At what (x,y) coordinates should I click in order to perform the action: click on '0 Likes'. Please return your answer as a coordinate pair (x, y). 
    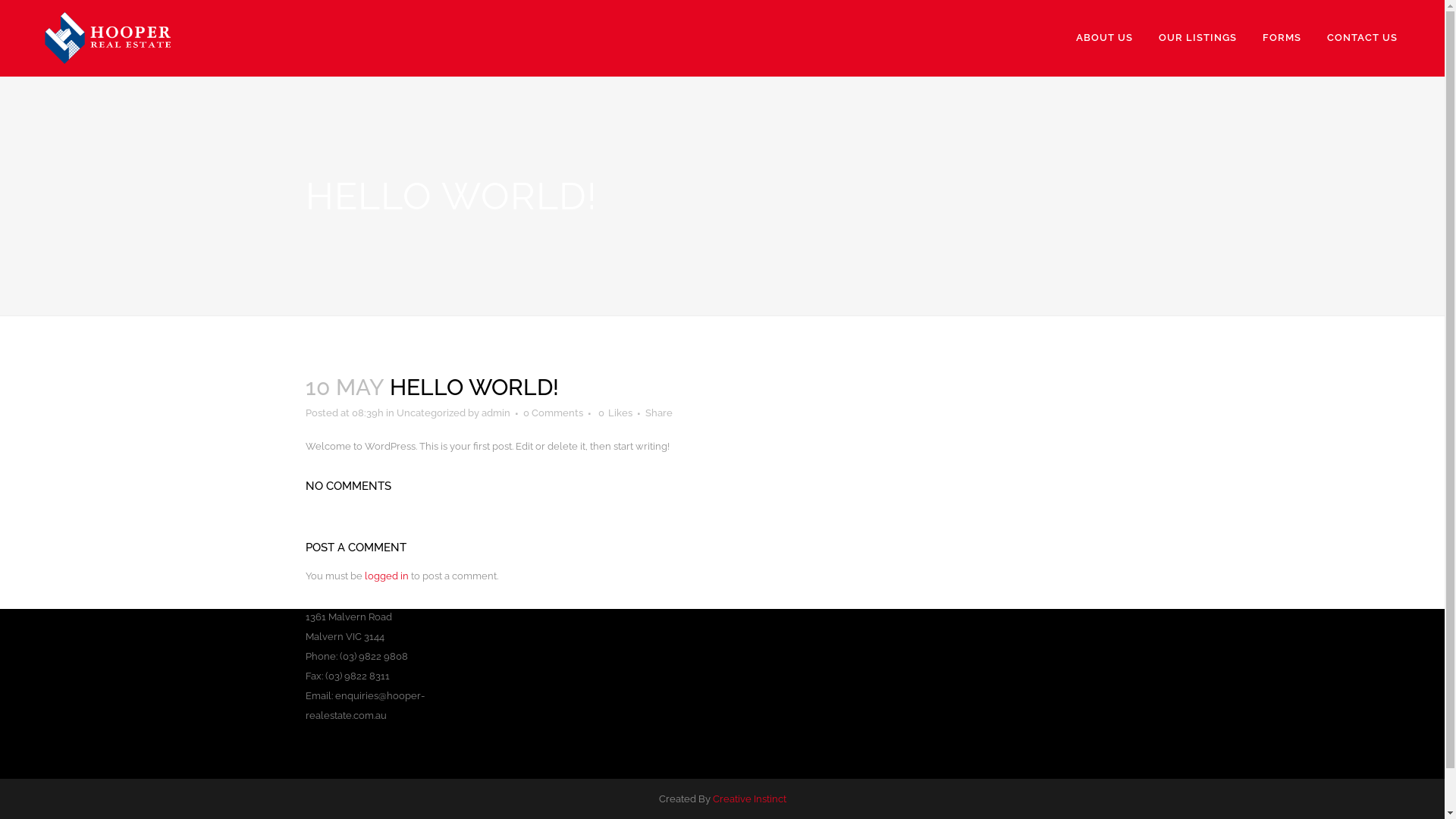
    Looking at the image, I should click on (614, 413).